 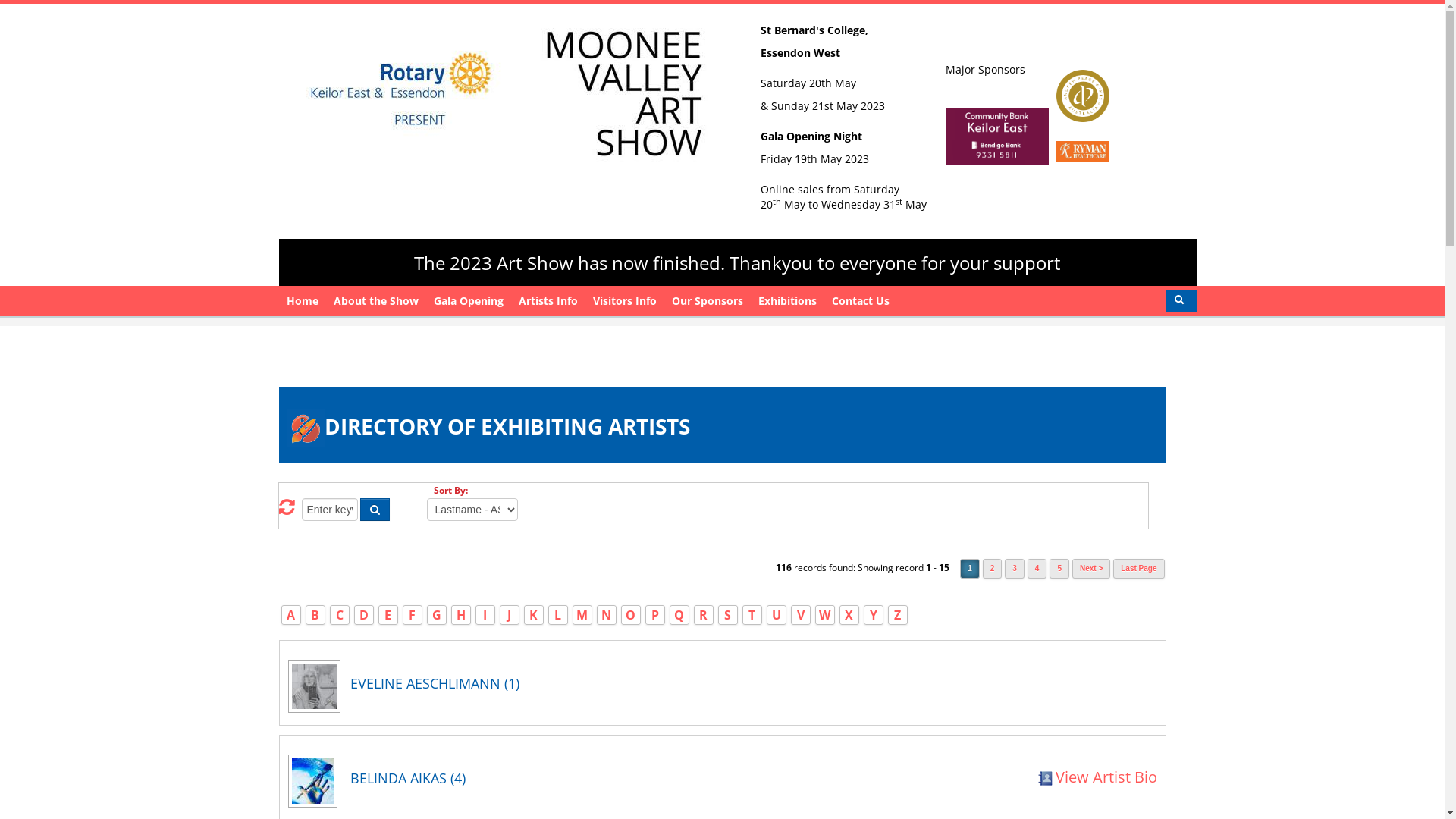 I want to click on 'E', so click(x=388, y=614).